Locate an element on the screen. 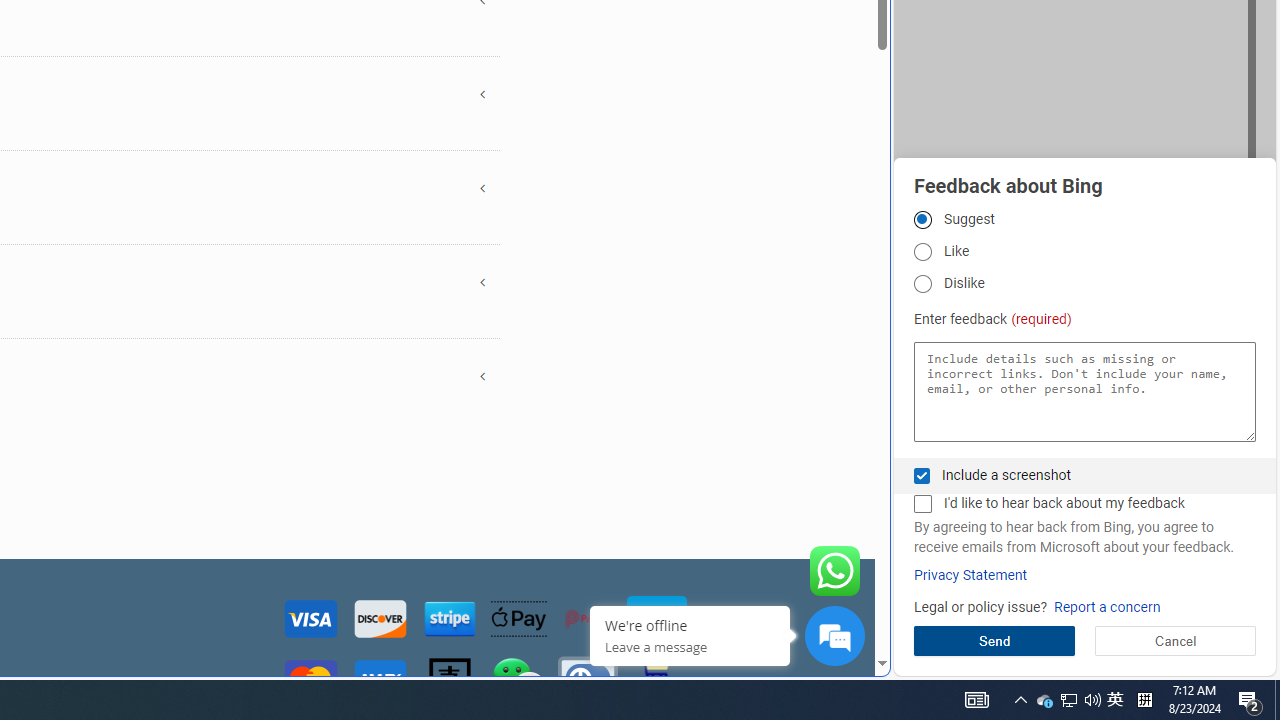 This screenshot has width=1280, height=720. 'Cancel' is located at coordinates (1175, 640).